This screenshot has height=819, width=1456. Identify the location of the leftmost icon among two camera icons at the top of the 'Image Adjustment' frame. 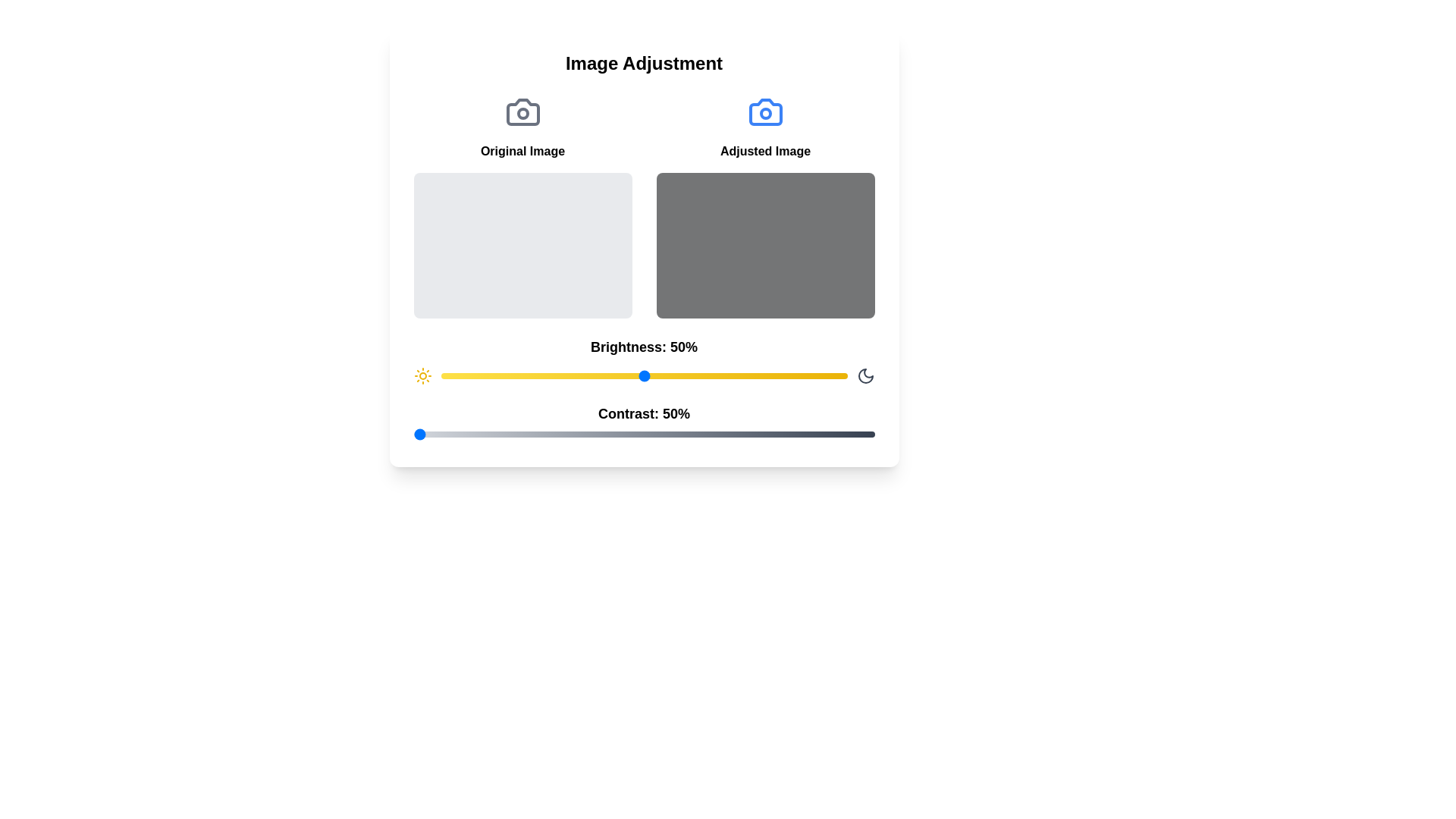
(522, 111).